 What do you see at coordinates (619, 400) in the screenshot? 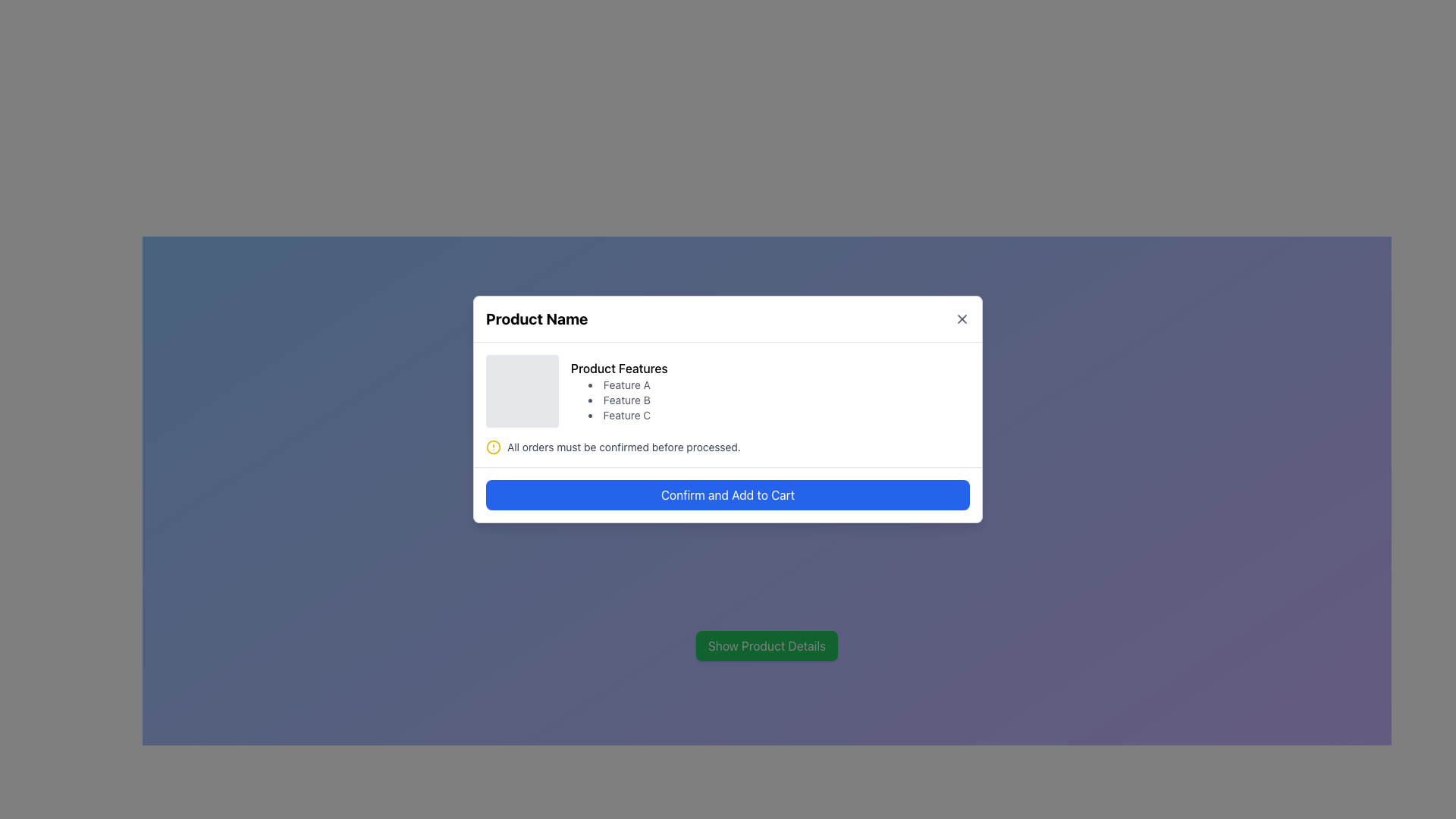
I see `the text label displaying 'Feature B' in a vertical list of product features` at bounding box center [619, 400].